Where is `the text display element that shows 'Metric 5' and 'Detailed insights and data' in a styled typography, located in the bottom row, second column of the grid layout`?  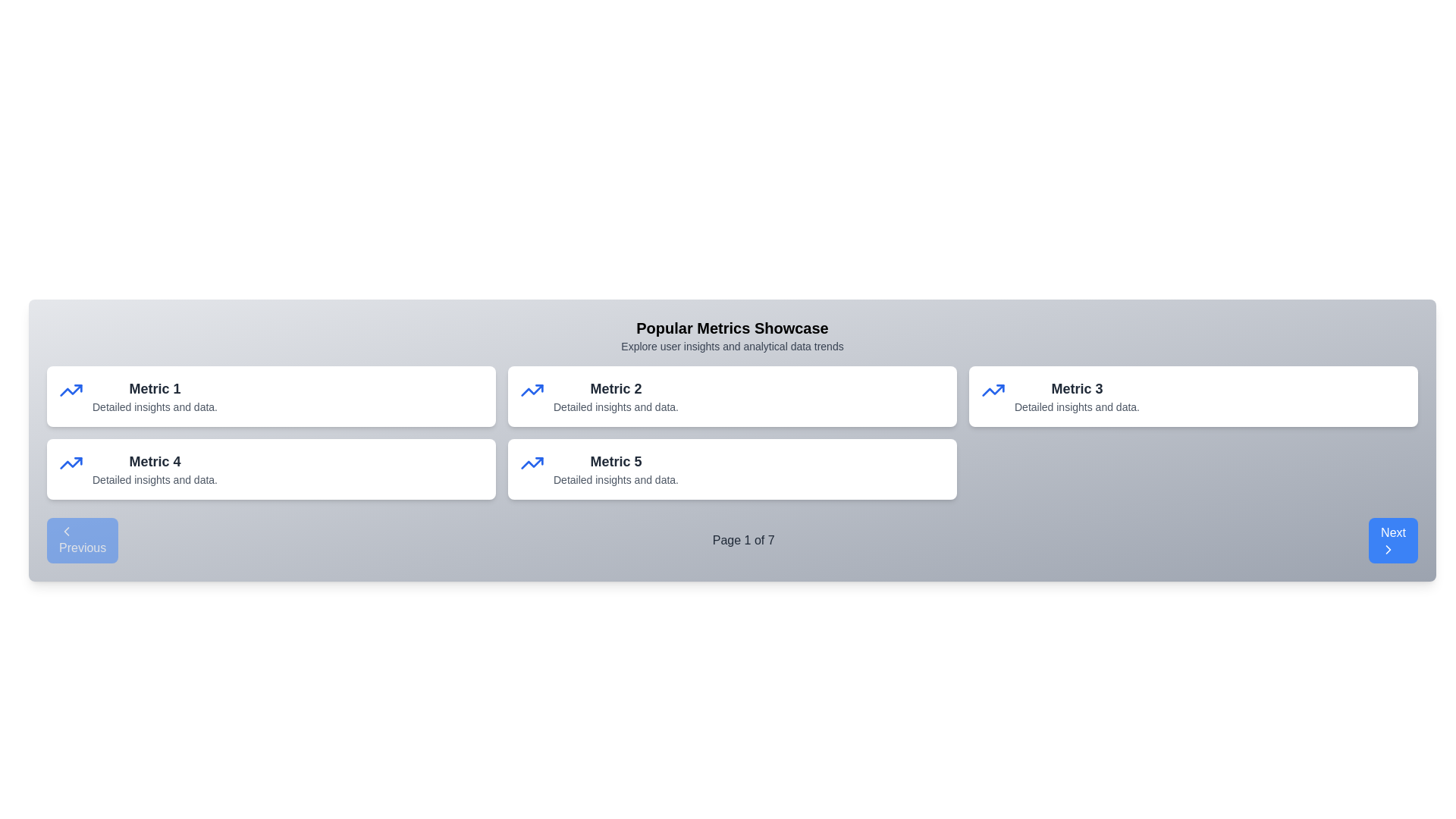
the text display element that shows 'Metric 5' and 'Detailed insights and data' in a styled typography, located in the bottom row, second column of the grid layout is located at coordinates (611, 468).